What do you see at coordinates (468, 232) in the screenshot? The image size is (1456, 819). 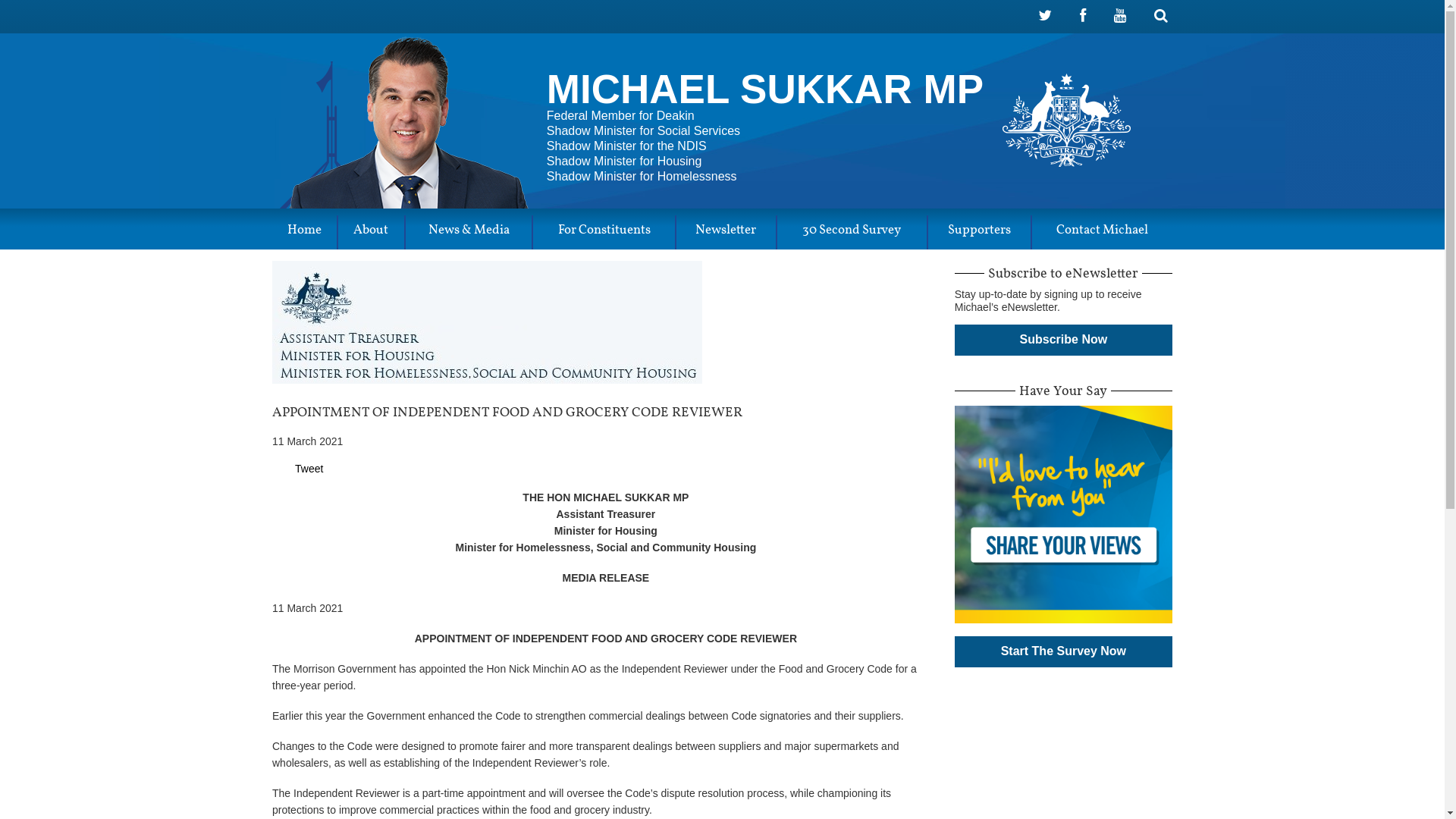 I see `'News & Media'` at bounding box center [468, 232].